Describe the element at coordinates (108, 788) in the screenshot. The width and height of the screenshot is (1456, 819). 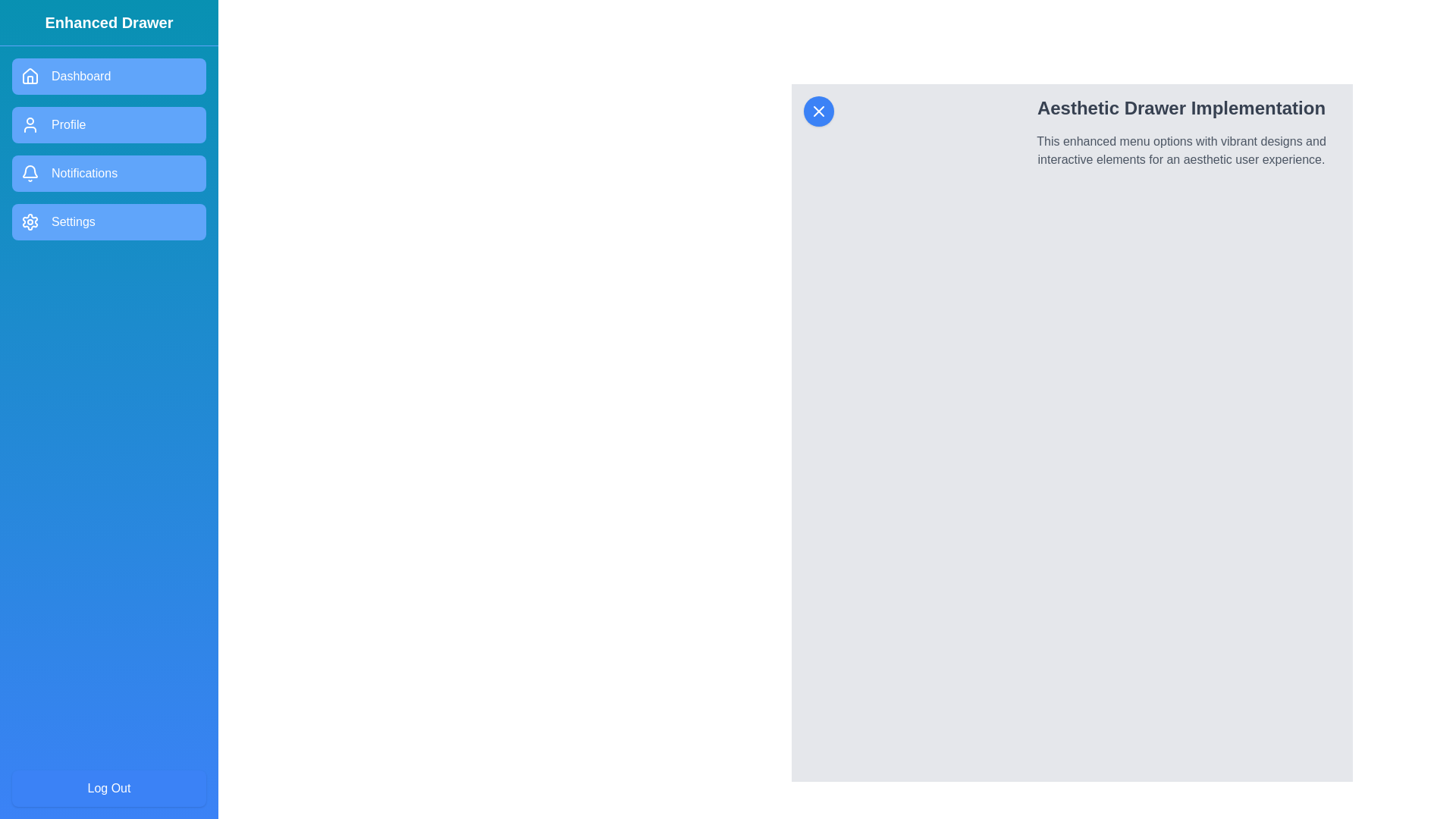
I see `the rectangular blue 'Log Out' button with rounded edges located at the bottom left corner of the interface to log out` at that location.